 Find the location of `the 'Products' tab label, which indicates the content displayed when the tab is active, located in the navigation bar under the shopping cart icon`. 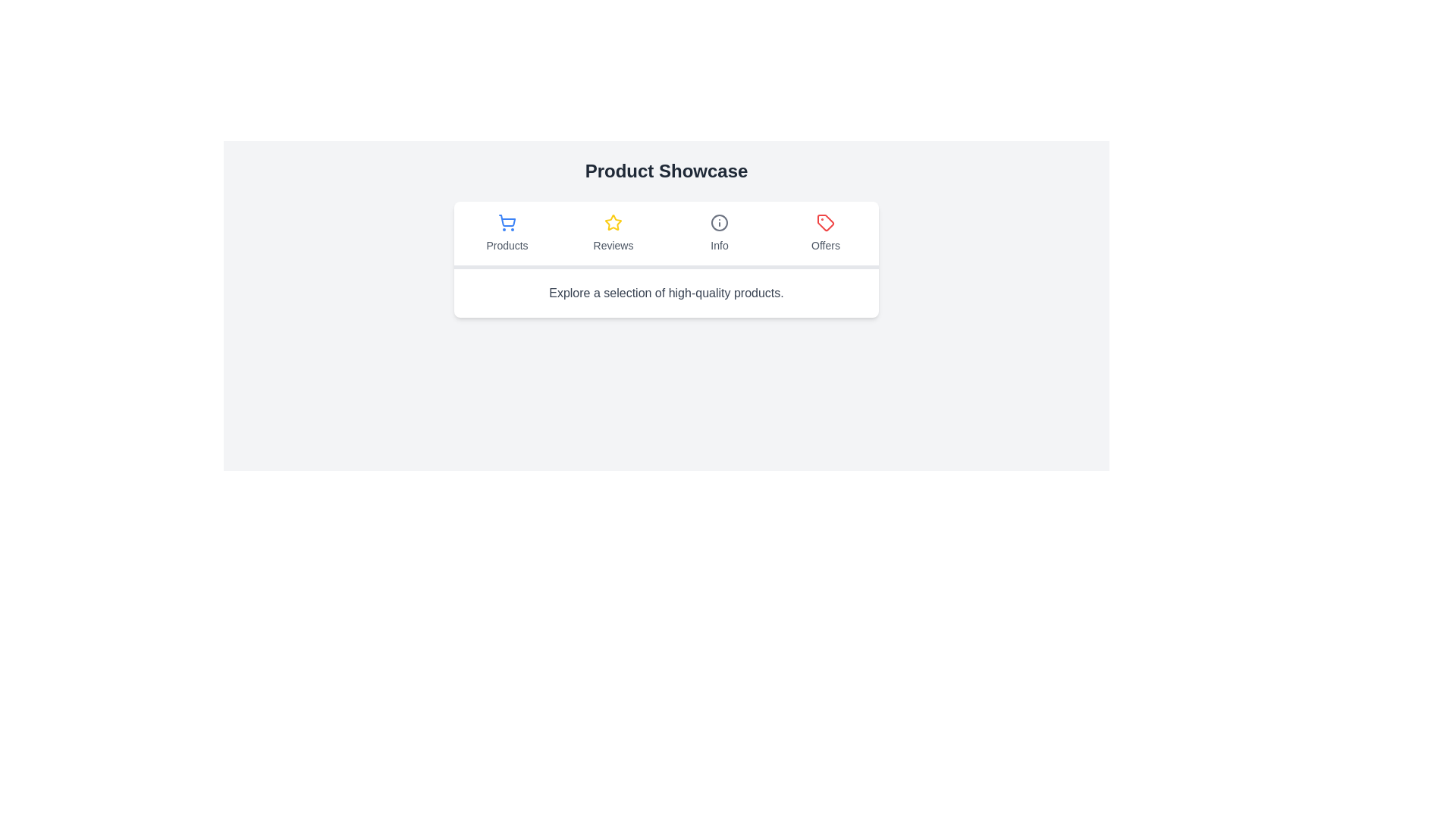

the 'Products' tab label, which indicates the content displayed when the tab is active, located in the navigation bar under the shopping cart icon is located at coordinates (507, 245).